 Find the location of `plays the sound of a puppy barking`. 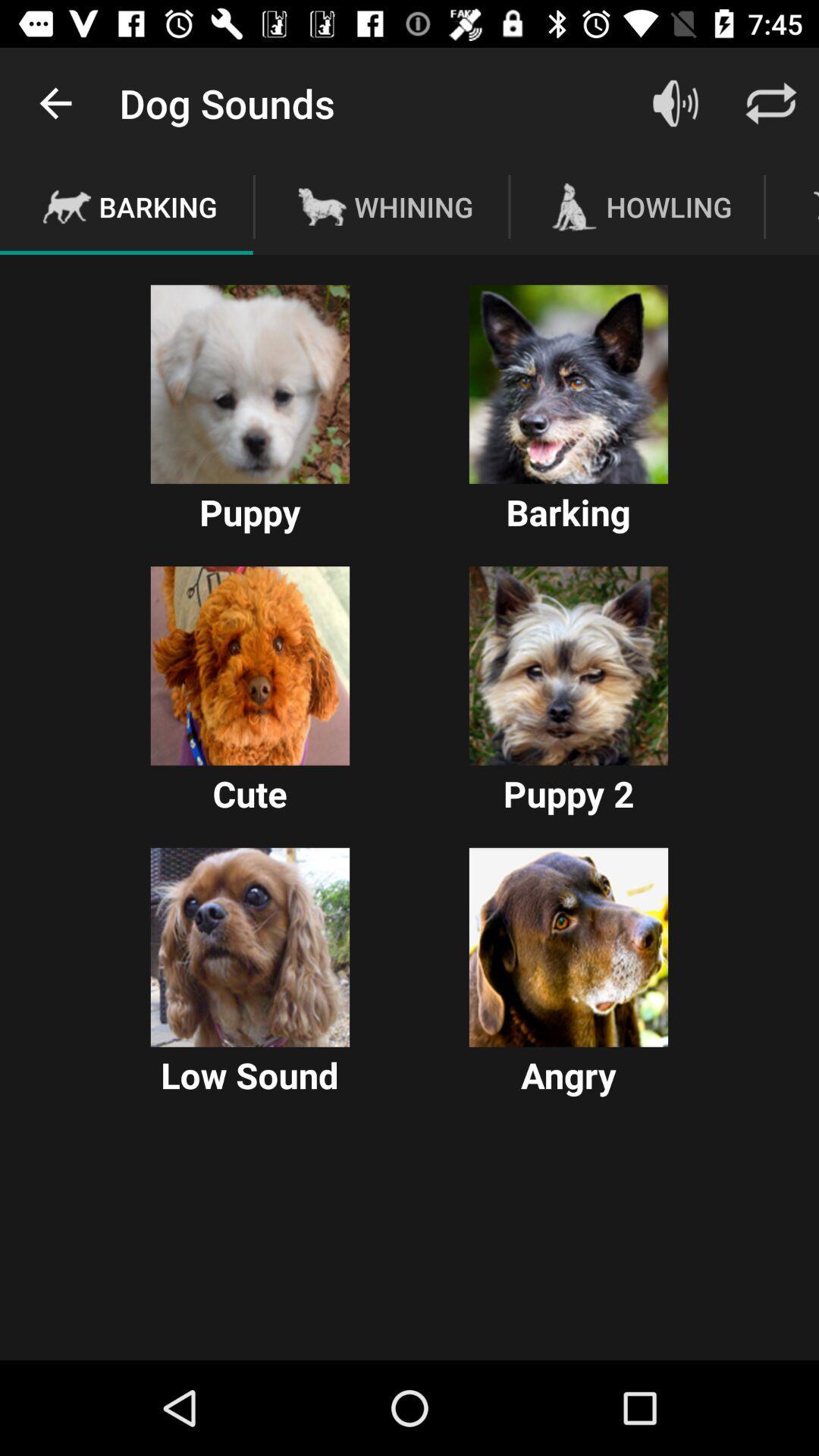

plays the sound of a puppy barking is located at coordinates (249, 384).